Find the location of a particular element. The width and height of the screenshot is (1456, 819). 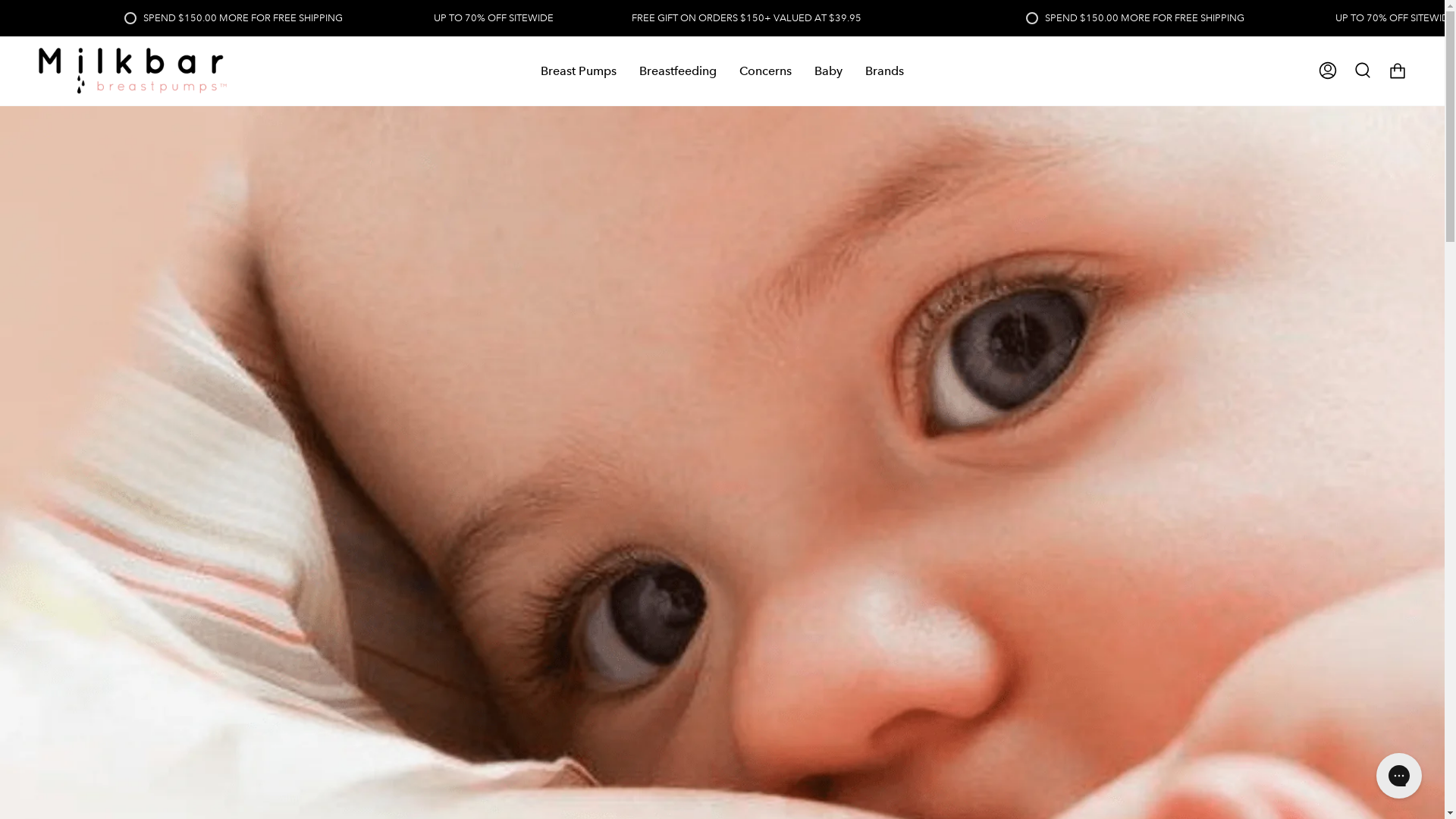

'Concerns' is located at coordinates (765, 71).